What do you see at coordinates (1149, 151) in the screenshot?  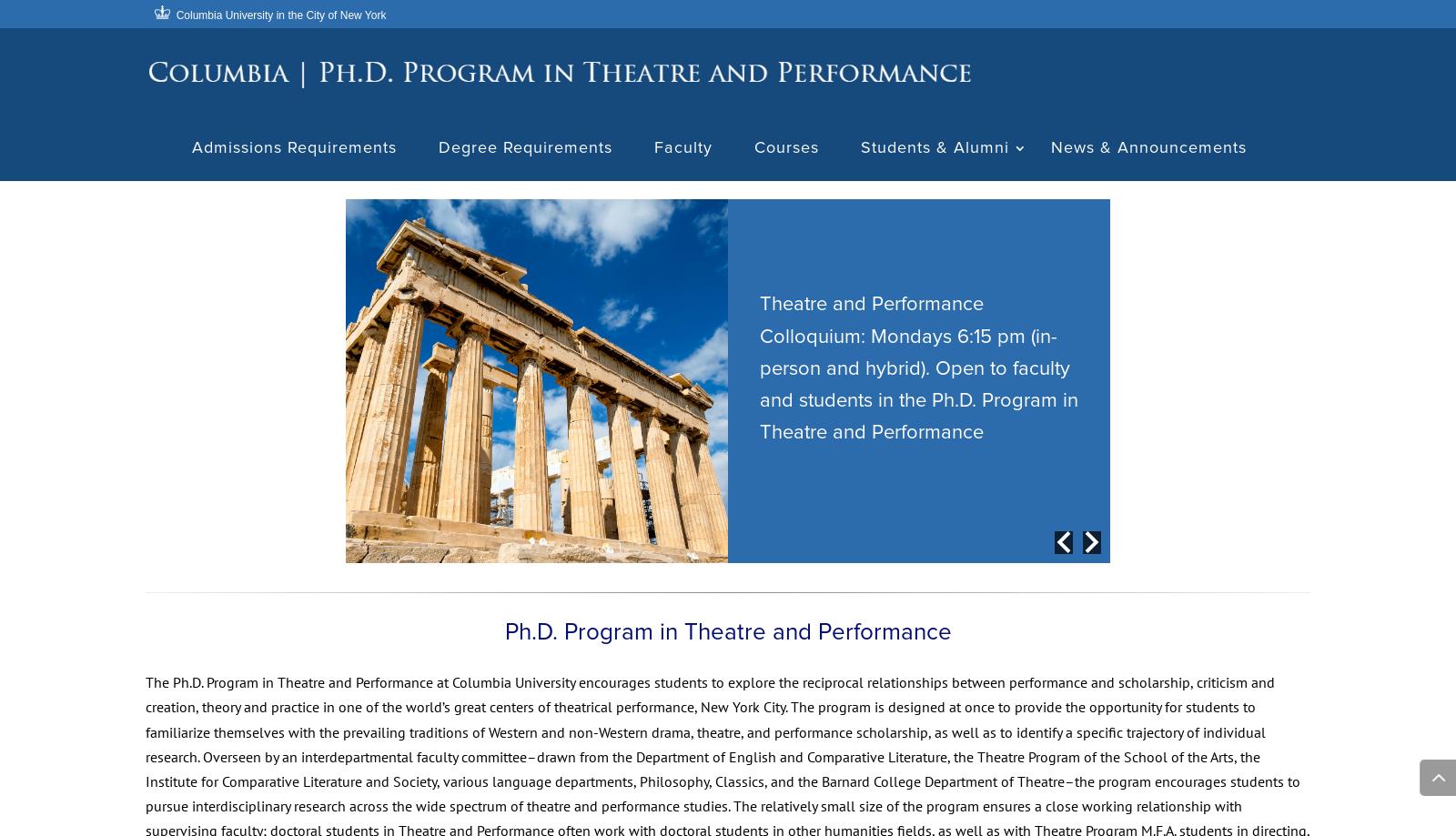 I see `'News & Announcements'` at bounding box center [1149, 151].